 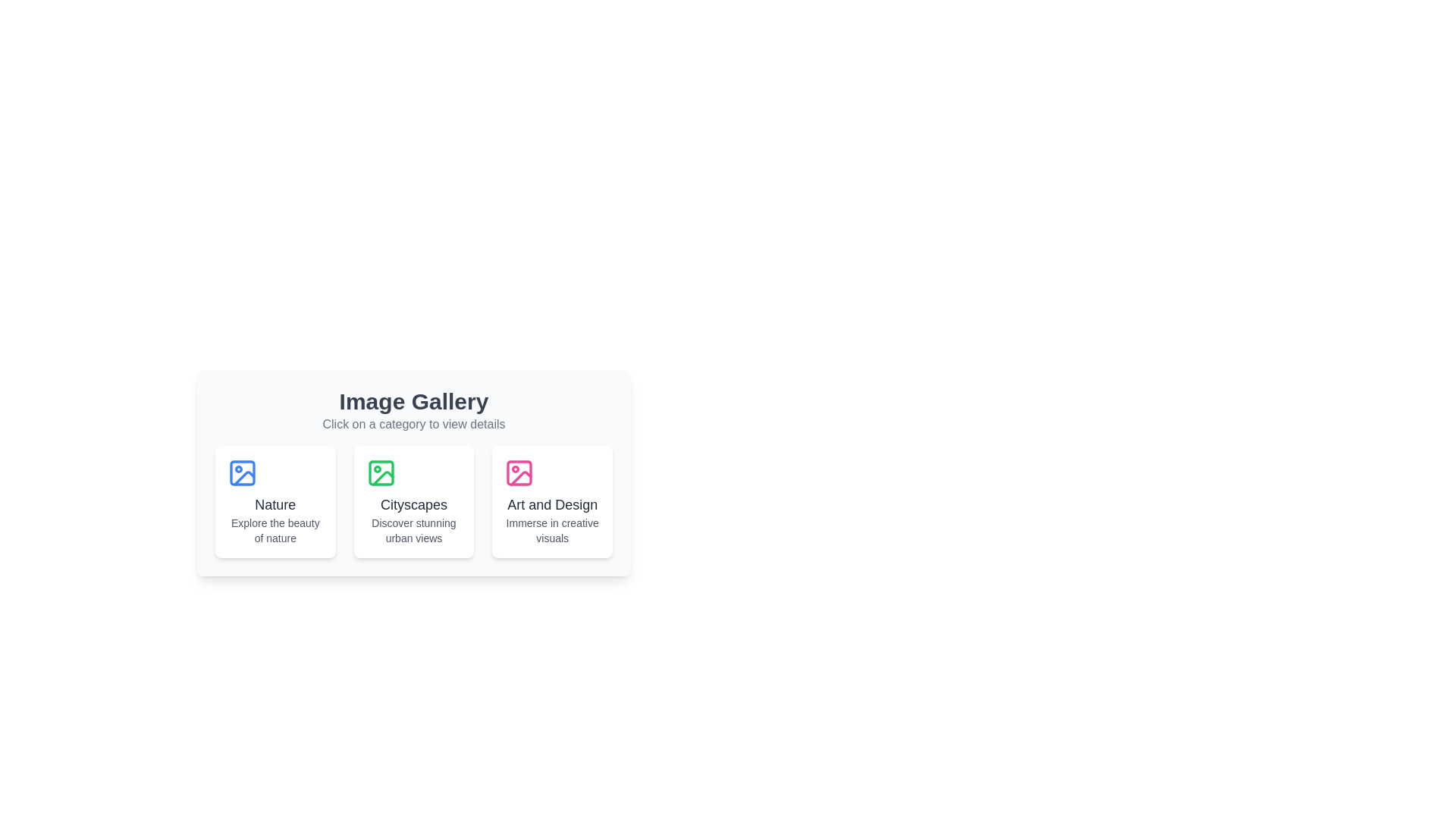 I want to click on the first interactive card labeled 'Nature' in the Image Gallery, so click(x=275, y=502).